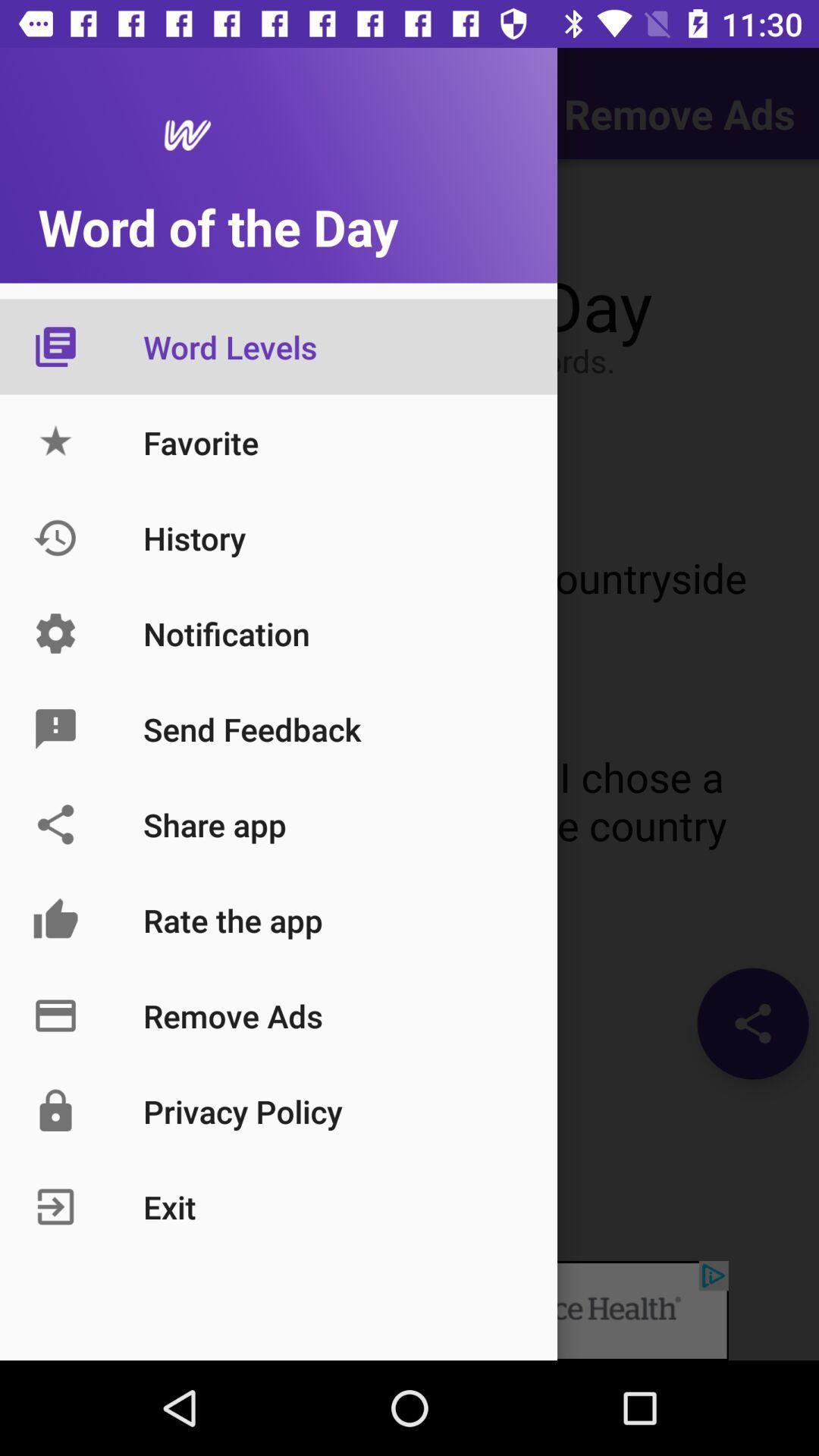 The height and width of the screenshot is (1456, 819). I want to click on the pause icon, so click(49, 218).